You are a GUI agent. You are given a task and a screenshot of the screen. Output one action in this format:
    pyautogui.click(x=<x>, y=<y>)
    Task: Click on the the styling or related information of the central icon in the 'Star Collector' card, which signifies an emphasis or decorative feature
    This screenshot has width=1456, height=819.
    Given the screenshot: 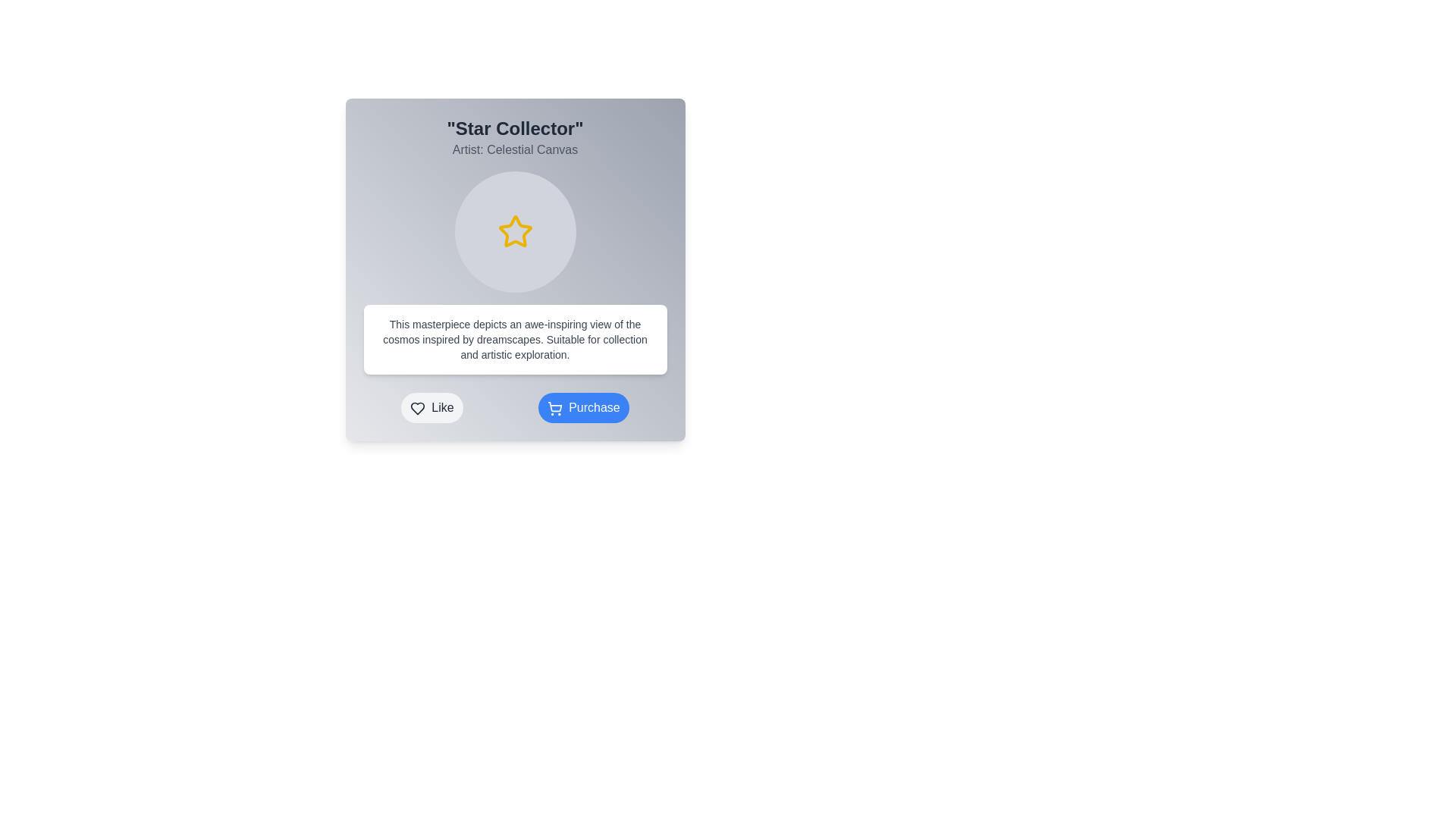 What is the action you would take?
    pyautogui.click(x=515, y=231)
    